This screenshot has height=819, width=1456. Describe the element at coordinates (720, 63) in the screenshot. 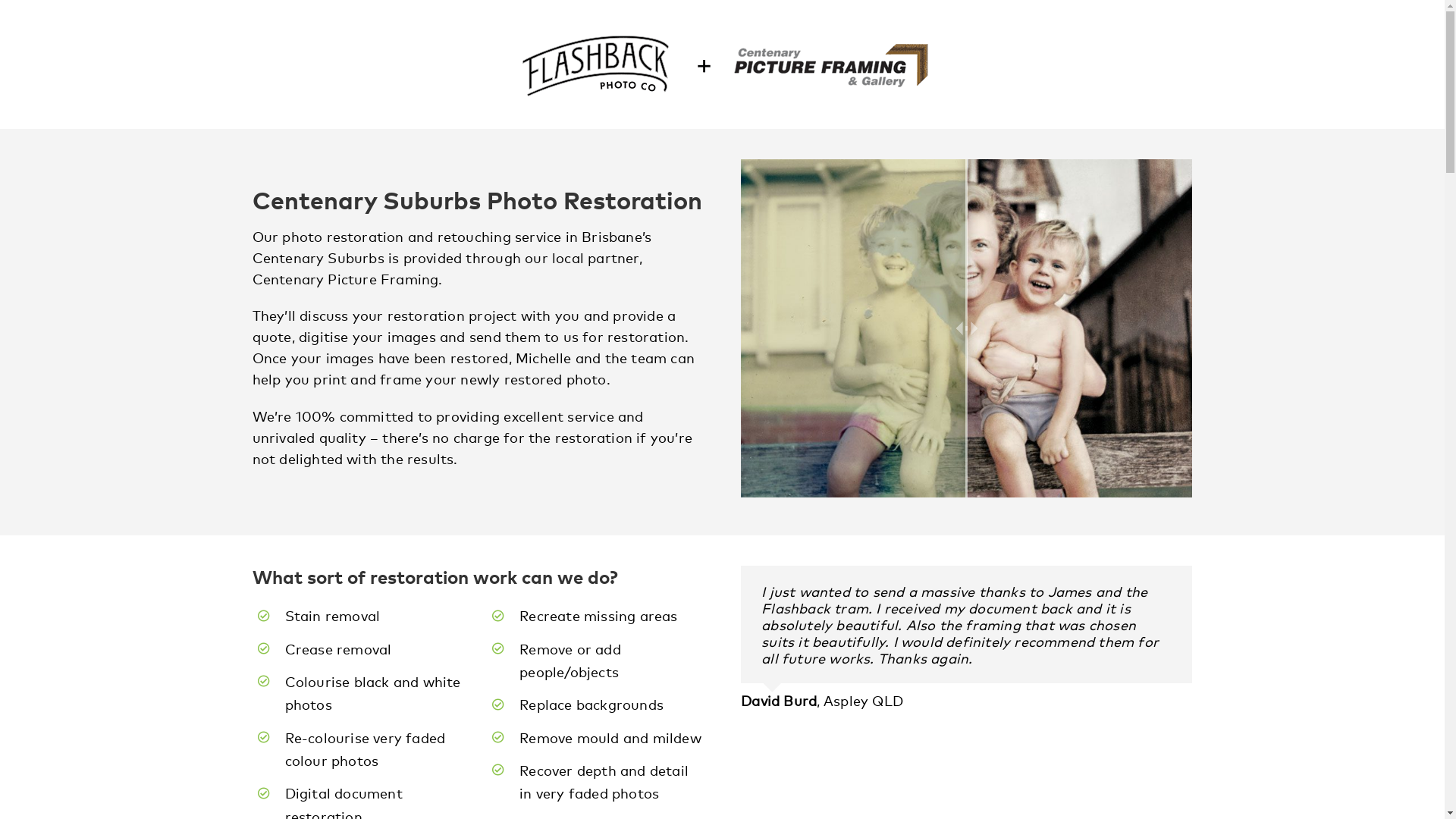

I see `'Flashback-Centenary-Logos'` at that location.